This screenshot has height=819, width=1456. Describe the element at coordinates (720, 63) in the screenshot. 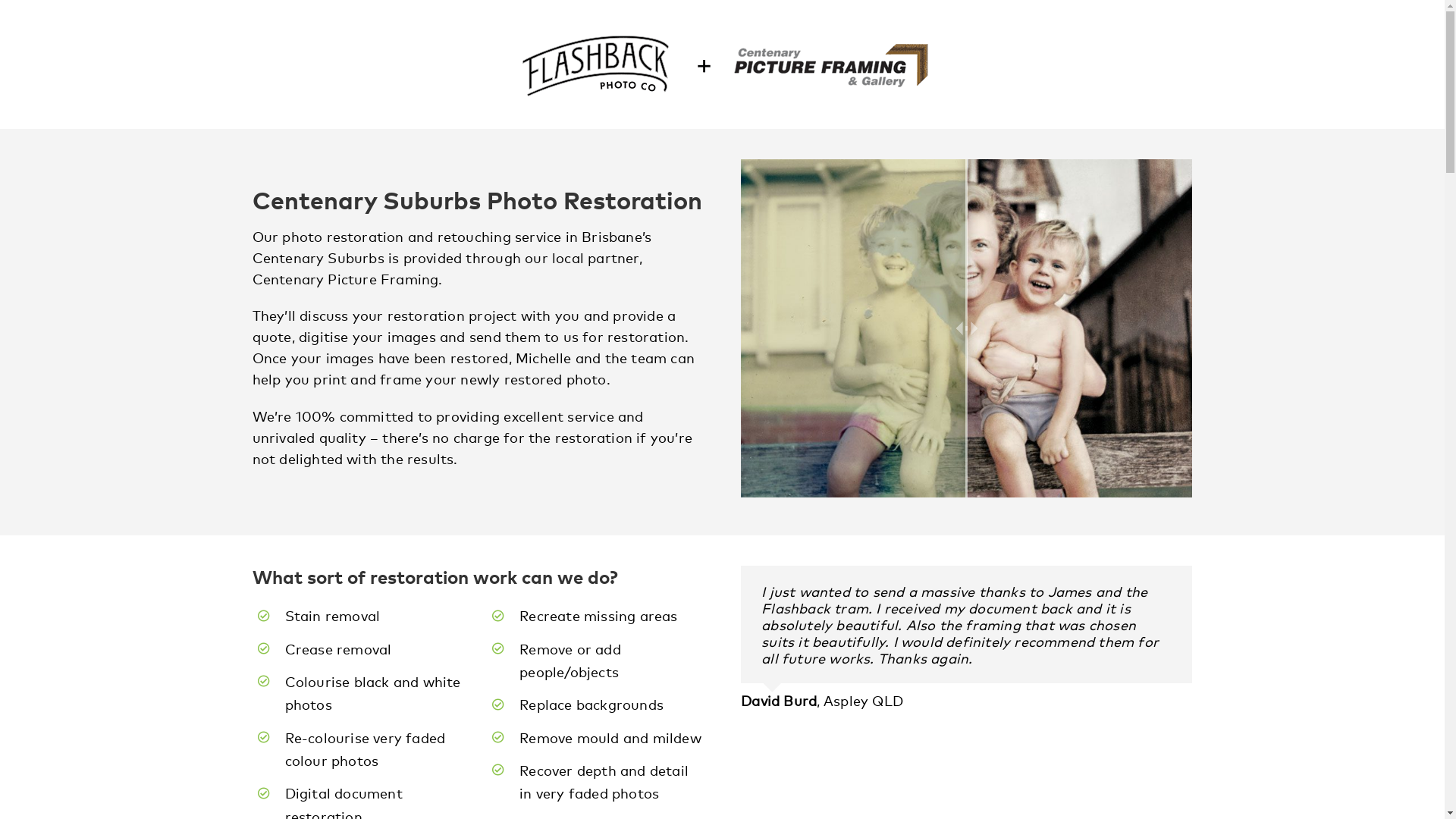

I see `'Flashback-Centenary-Logos'` at that location.